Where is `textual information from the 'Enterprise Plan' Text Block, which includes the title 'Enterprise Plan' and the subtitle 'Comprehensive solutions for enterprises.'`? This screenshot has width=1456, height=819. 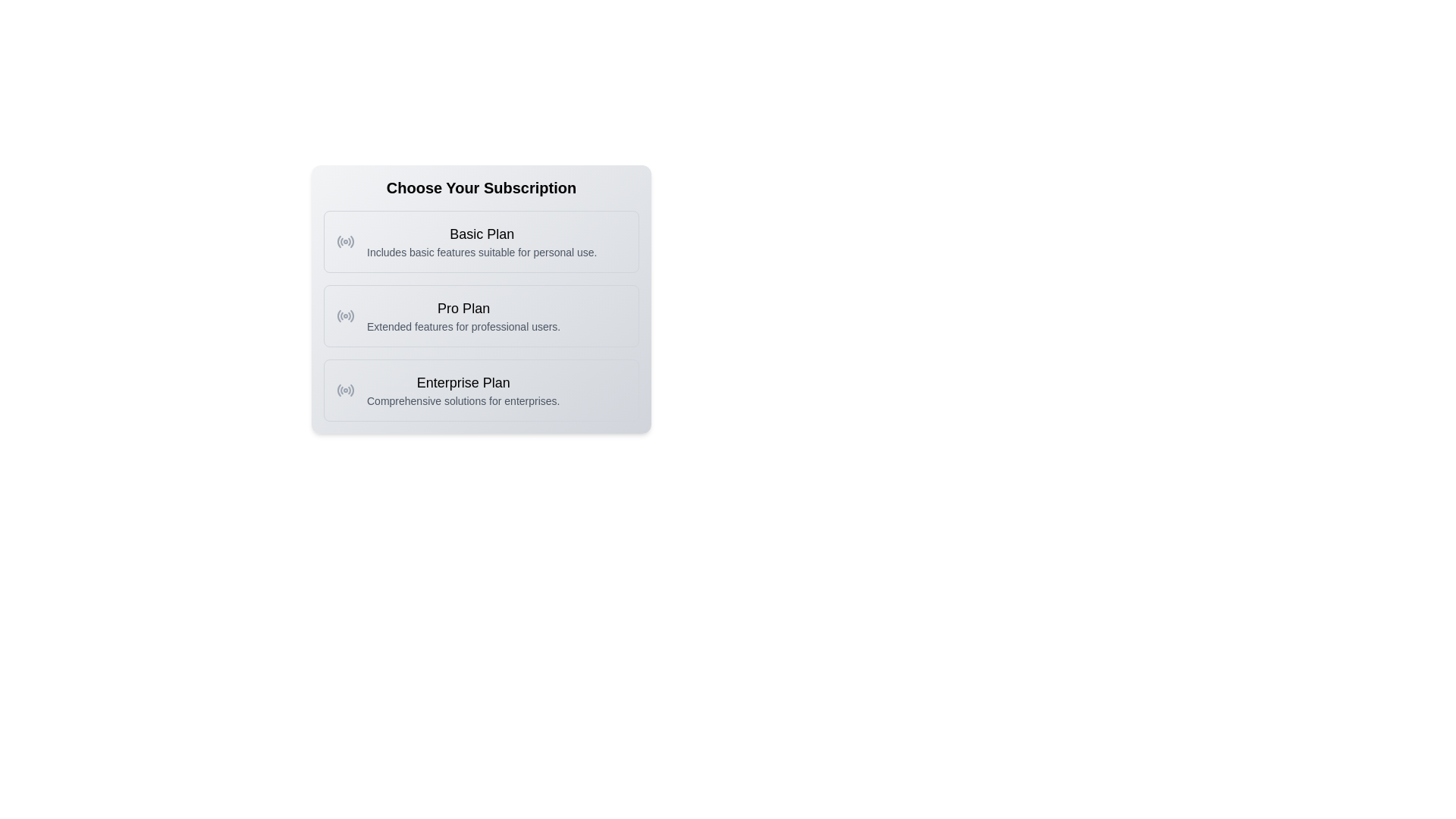
textual information from the 'Enterprise Plan' Text Block, which includes the title 'Enterprise Plan' and the subtitle 'Comprehensive solutions for enterprises.' is located at coordinates (463, 390).